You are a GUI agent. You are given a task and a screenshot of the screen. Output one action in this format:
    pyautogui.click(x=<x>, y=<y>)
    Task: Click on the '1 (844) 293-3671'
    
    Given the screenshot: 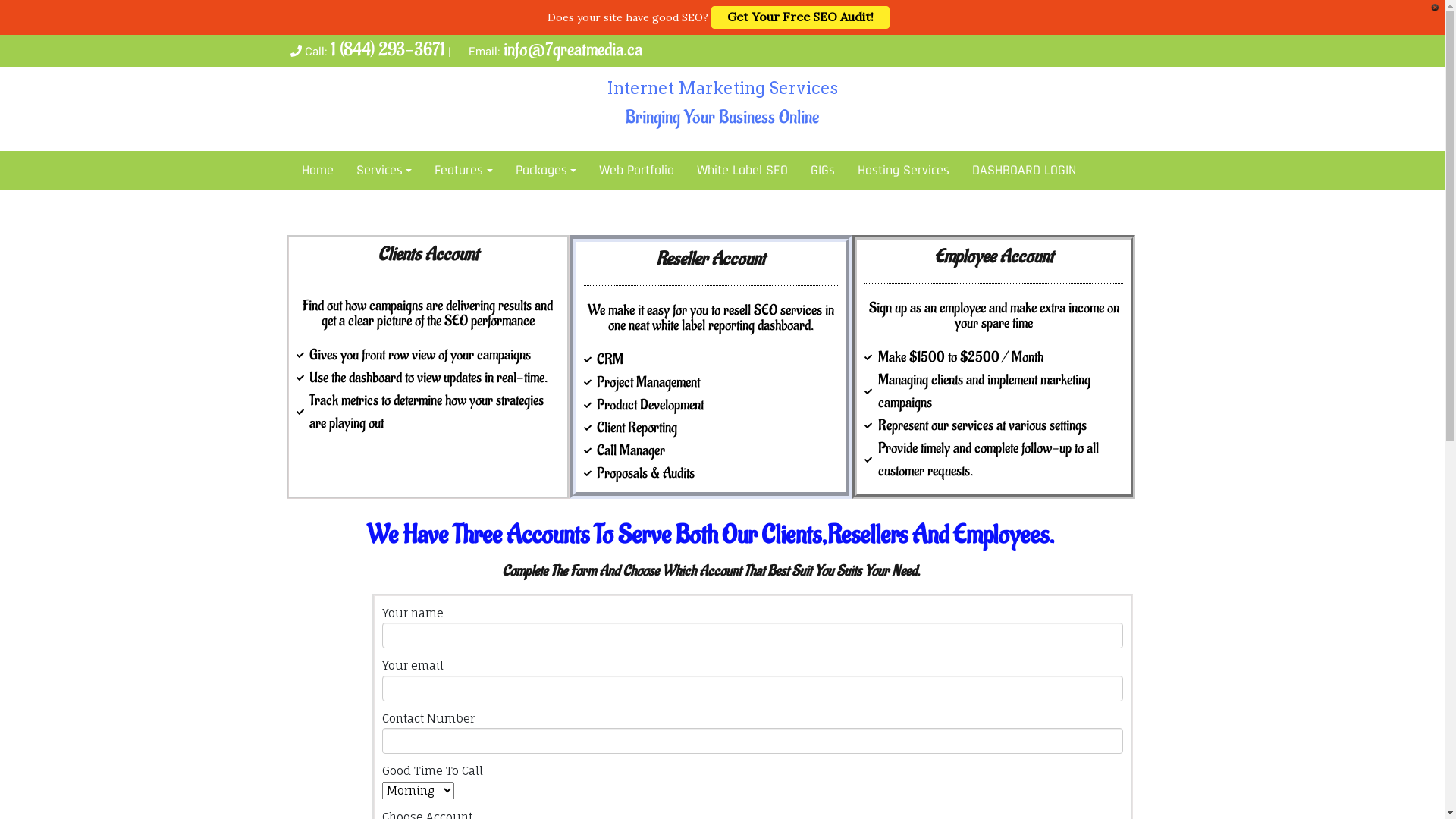 What is the action you would take?
    pyautogui.click(x=388, y=49)
    